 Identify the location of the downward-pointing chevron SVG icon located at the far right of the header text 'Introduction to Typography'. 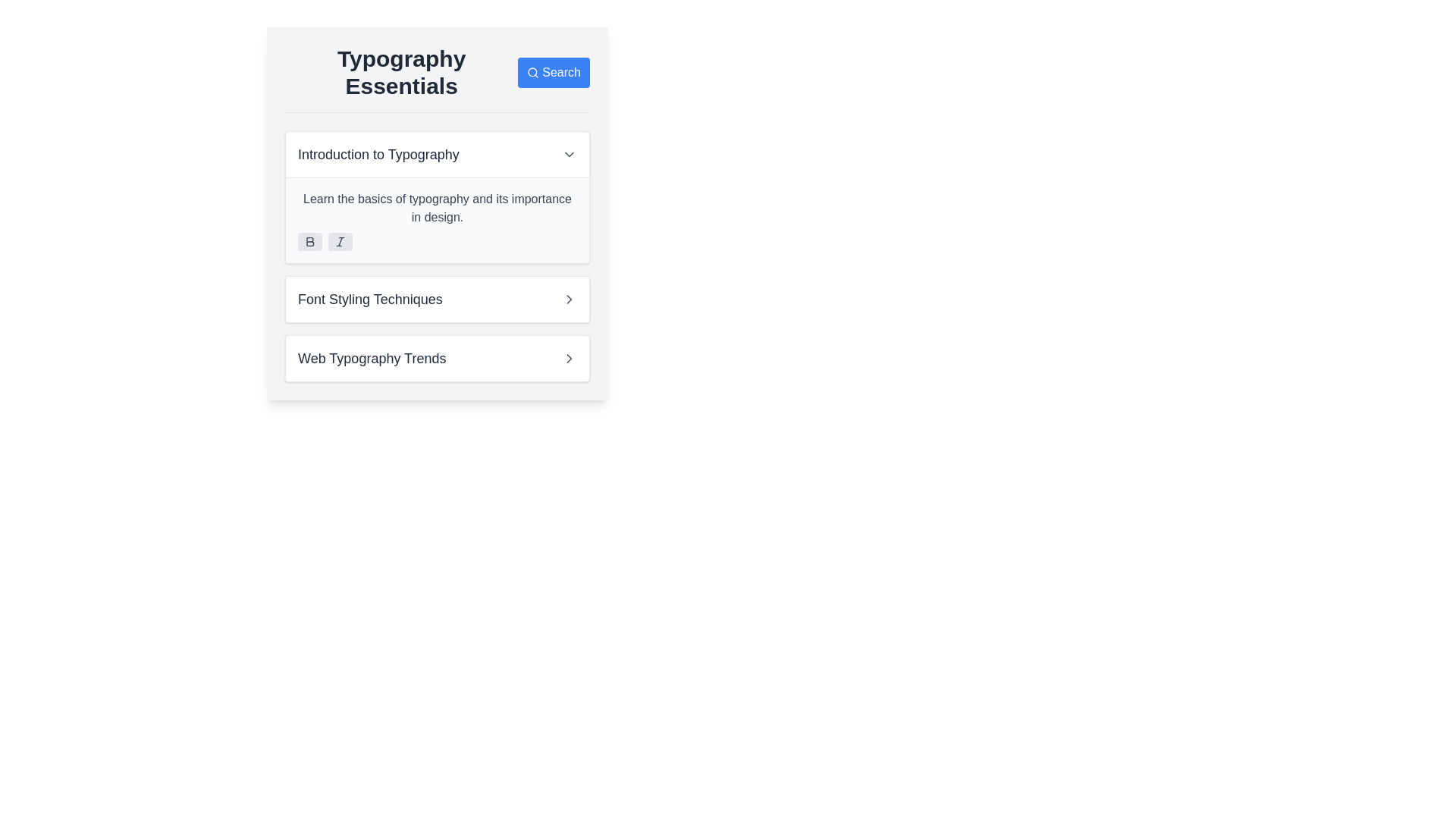
(568, 155).